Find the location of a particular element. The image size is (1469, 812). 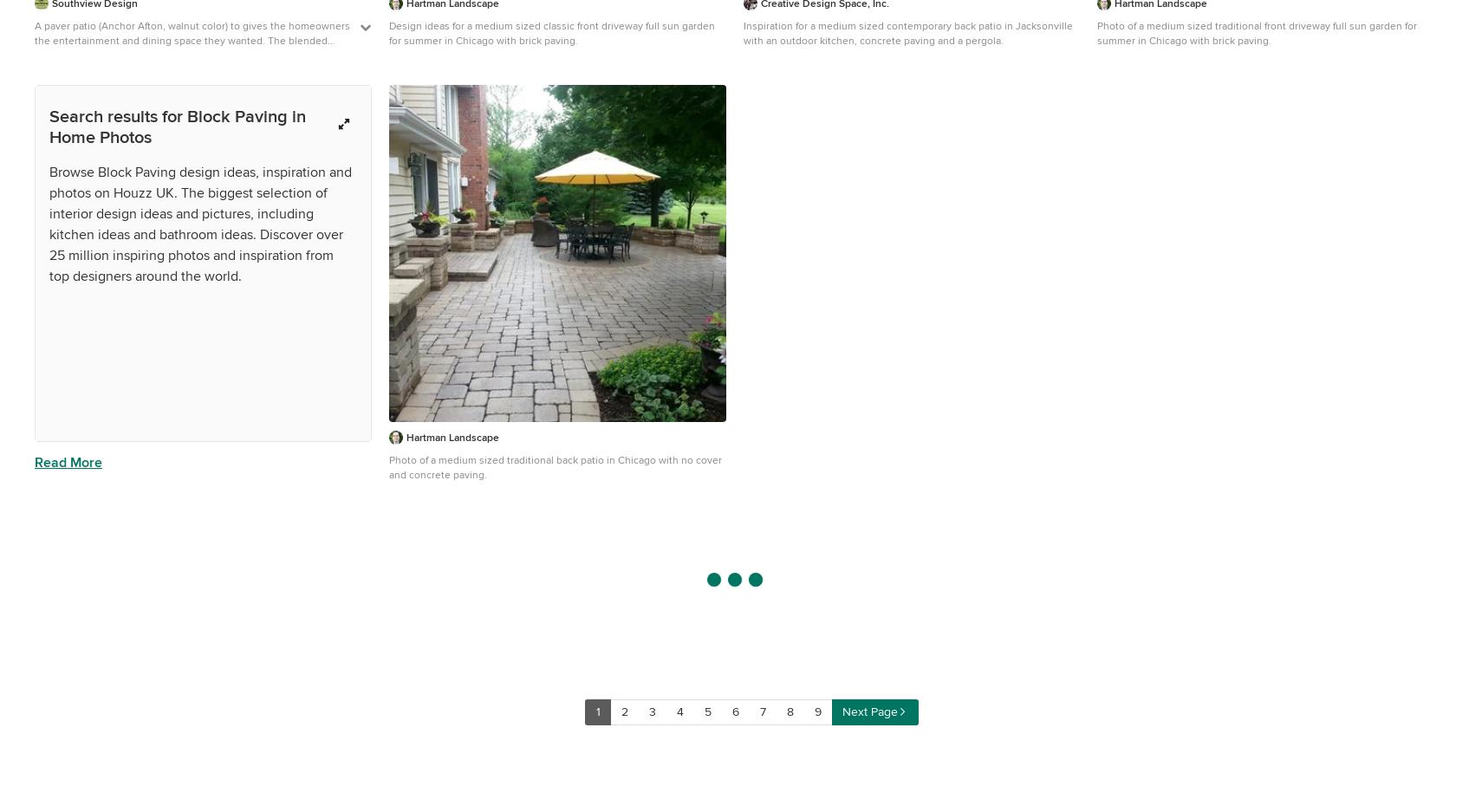

'Search results for Block Paving in Home Photos' is located at coordinates (176, 125).